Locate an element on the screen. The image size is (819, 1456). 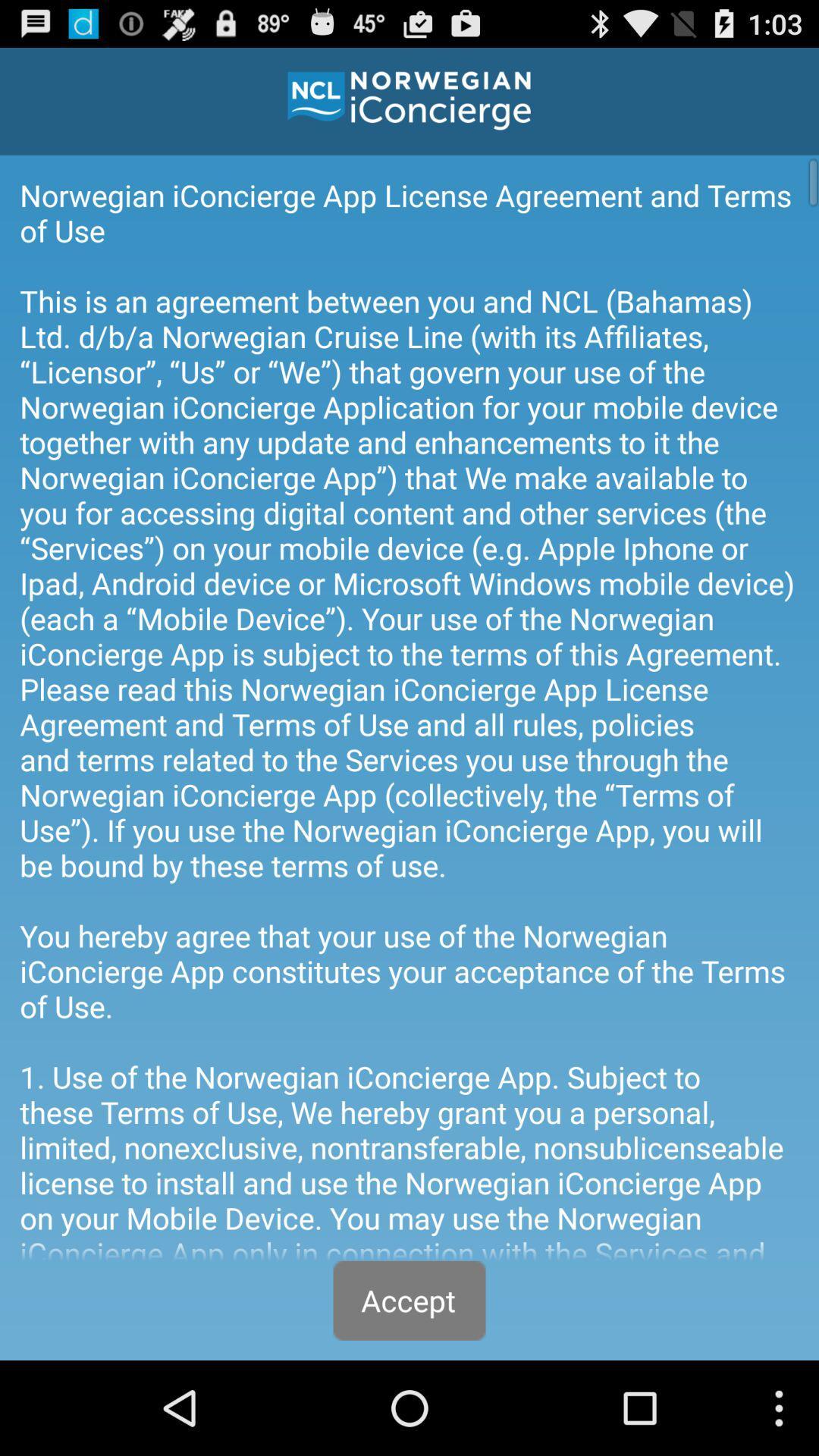
accept at the bottom is located at coordinates (409, 1300).